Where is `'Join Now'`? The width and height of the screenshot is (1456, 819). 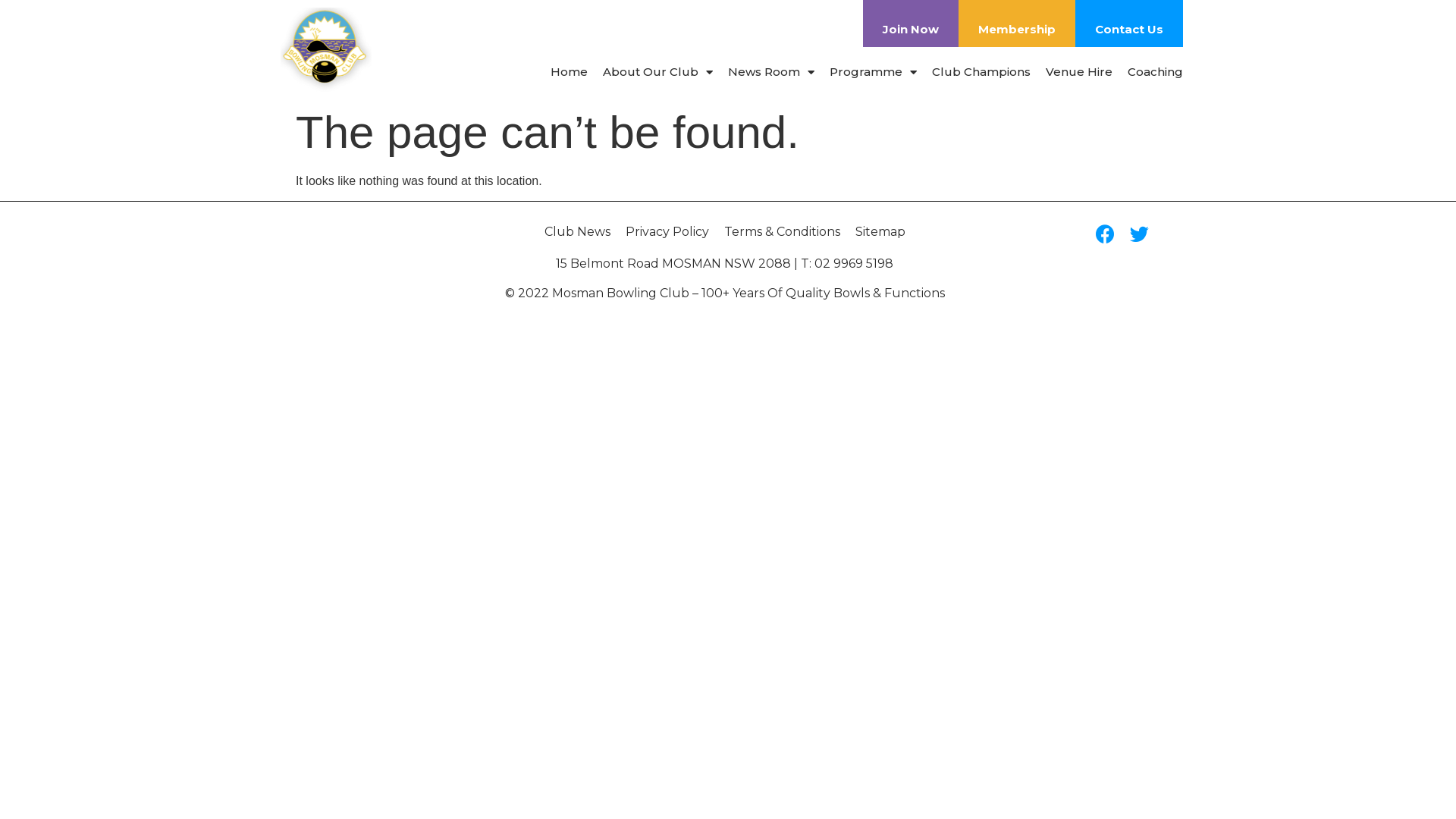 'Join Now' is located at coordinates (910, 23).